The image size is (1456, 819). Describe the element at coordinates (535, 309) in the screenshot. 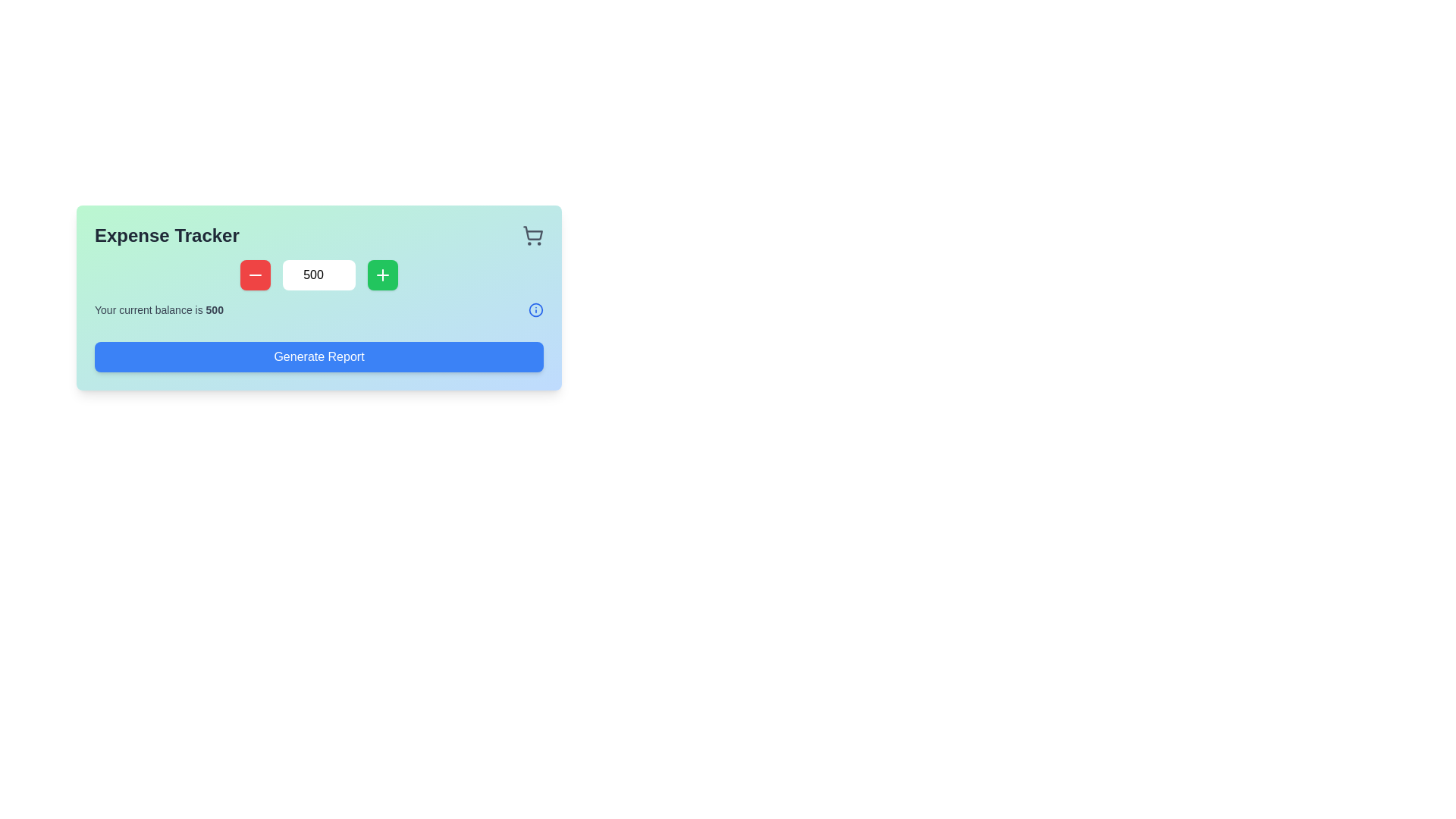

I see `the circular information icon with a blue border and dot, located to the far right of the text 'Your current balance is 500'` at that location.